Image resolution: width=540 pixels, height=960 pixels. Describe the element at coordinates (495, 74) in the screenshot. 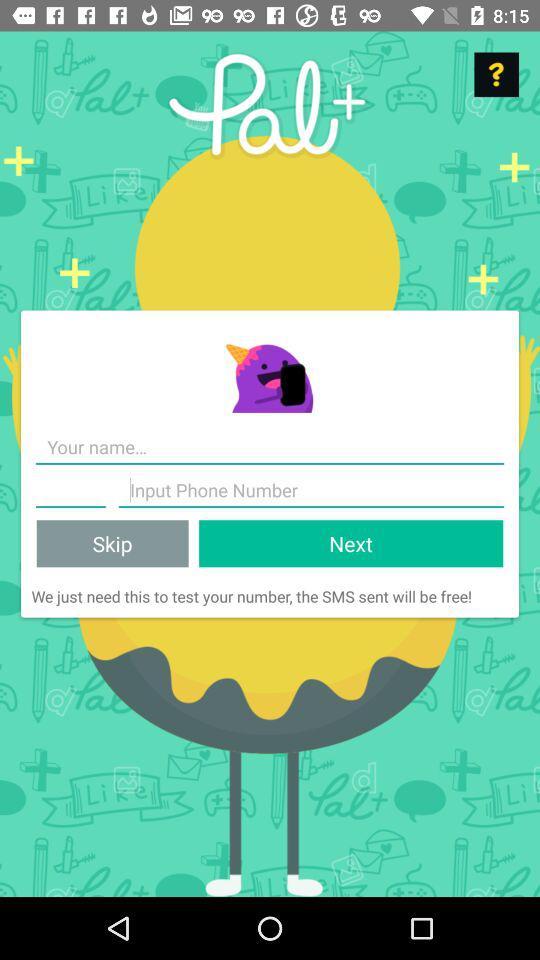

I see `the help icon` at that location.